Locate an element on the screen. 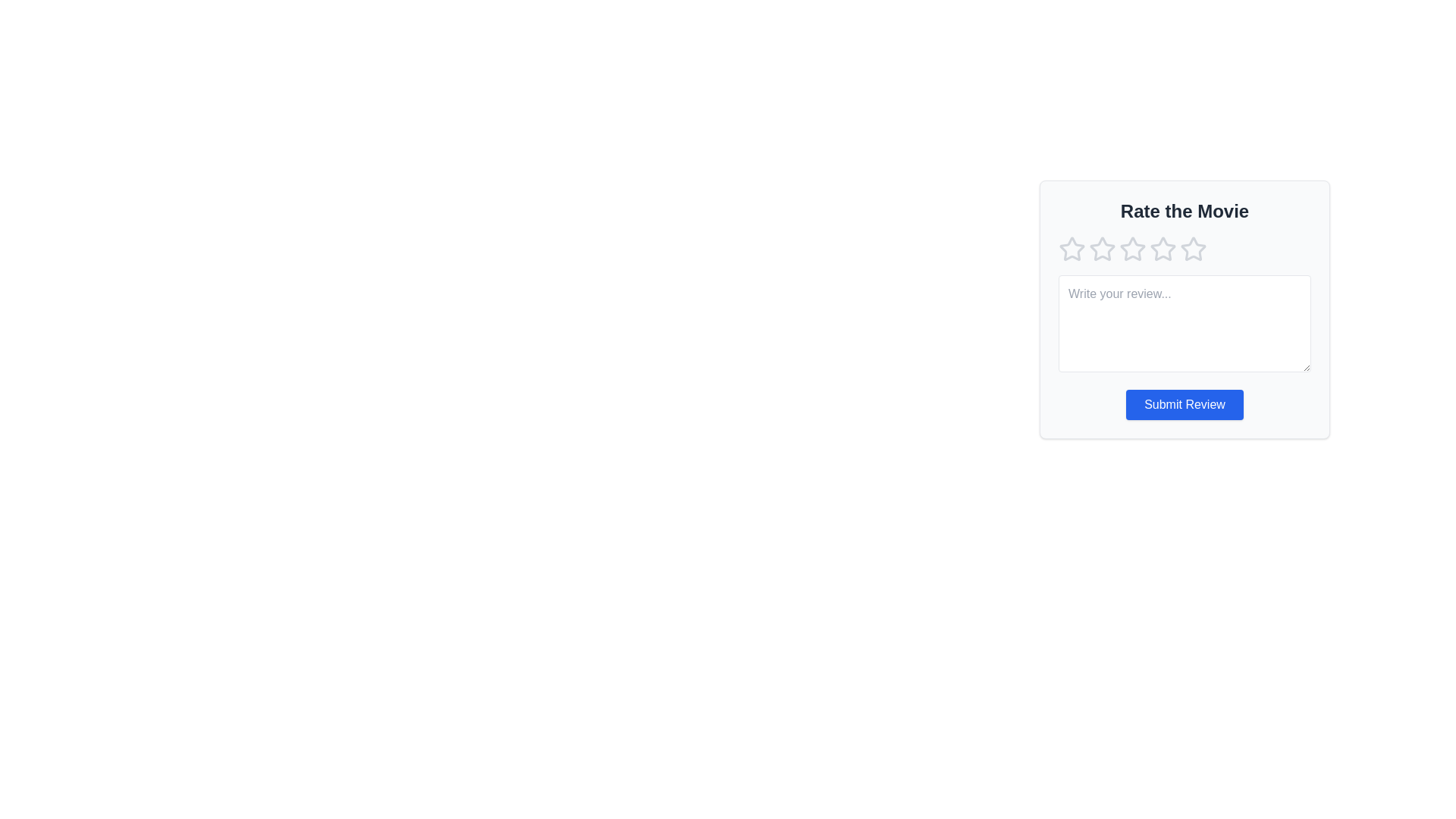 The width and height of the screenshot is (1456, 819). the star rating to 2 by clicking on the corresponding star is located at coordinates (1103, 248).